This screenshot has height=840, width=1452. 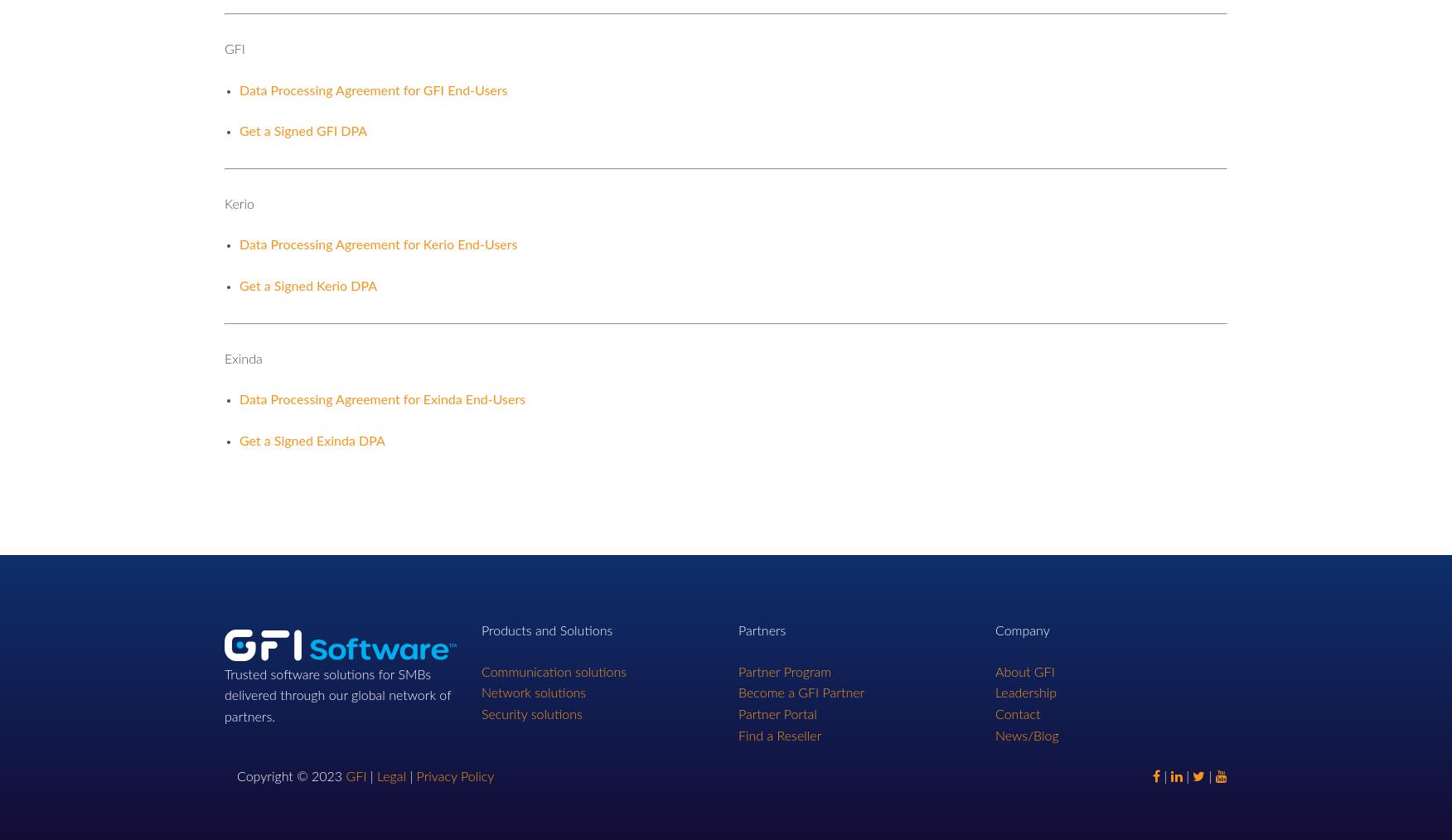 What do you see at coordinates (800, 693) in the screenshot?
I see `'Become a GFI Partner'` at bounding box center [800, 693].